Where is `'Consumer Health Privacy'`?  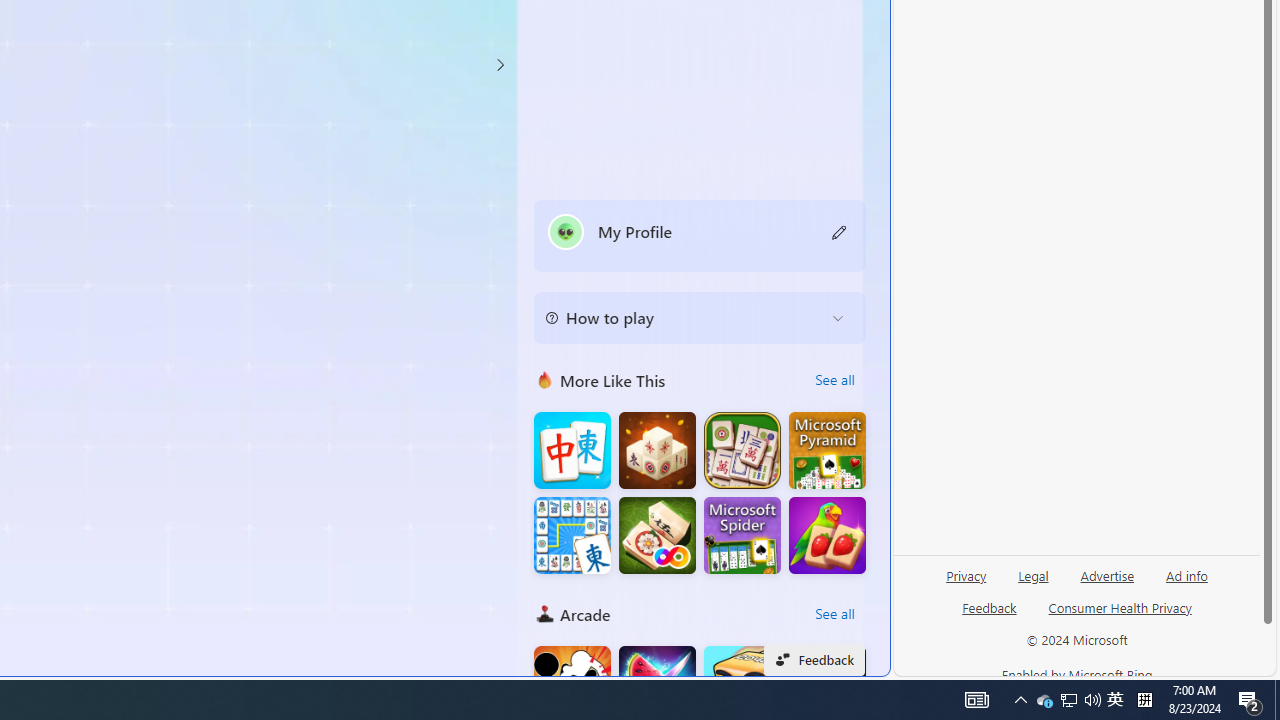
'Consumer Health Privacy' is located at coordinates (1120, 614).